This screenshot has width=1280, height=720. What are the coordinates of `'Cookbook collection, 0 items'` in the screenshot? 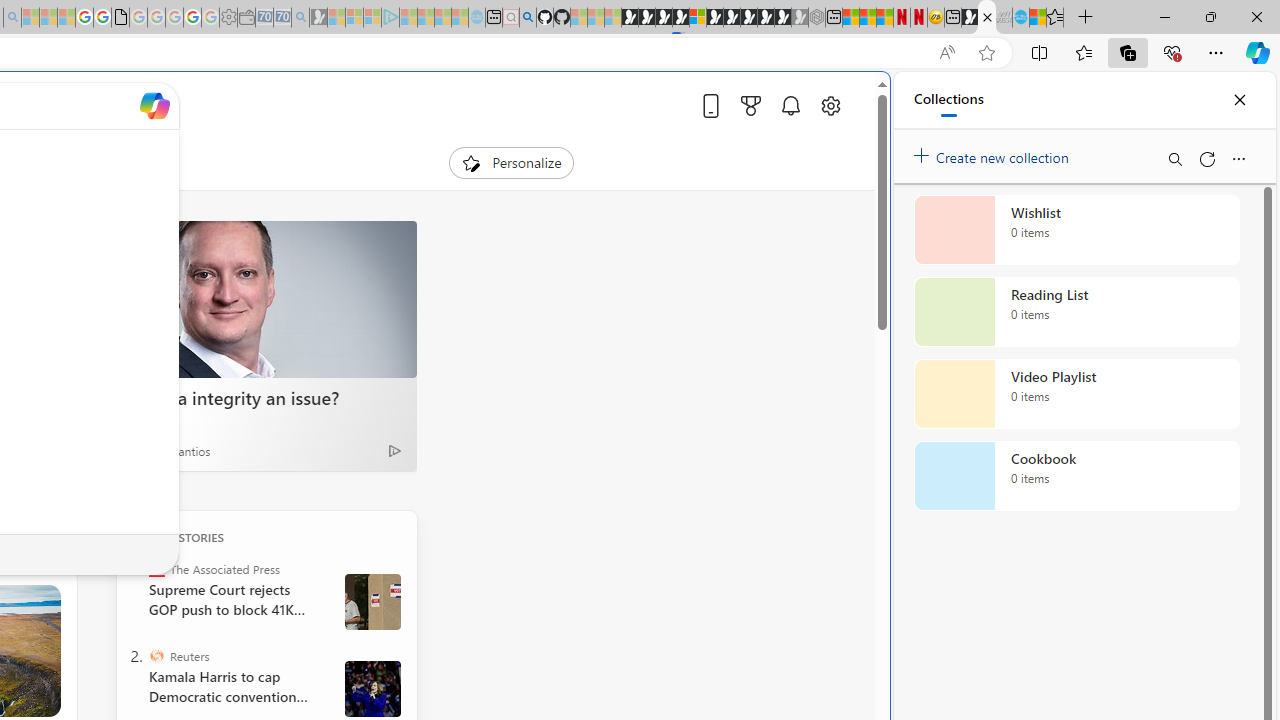 It's located at (1076, 475).